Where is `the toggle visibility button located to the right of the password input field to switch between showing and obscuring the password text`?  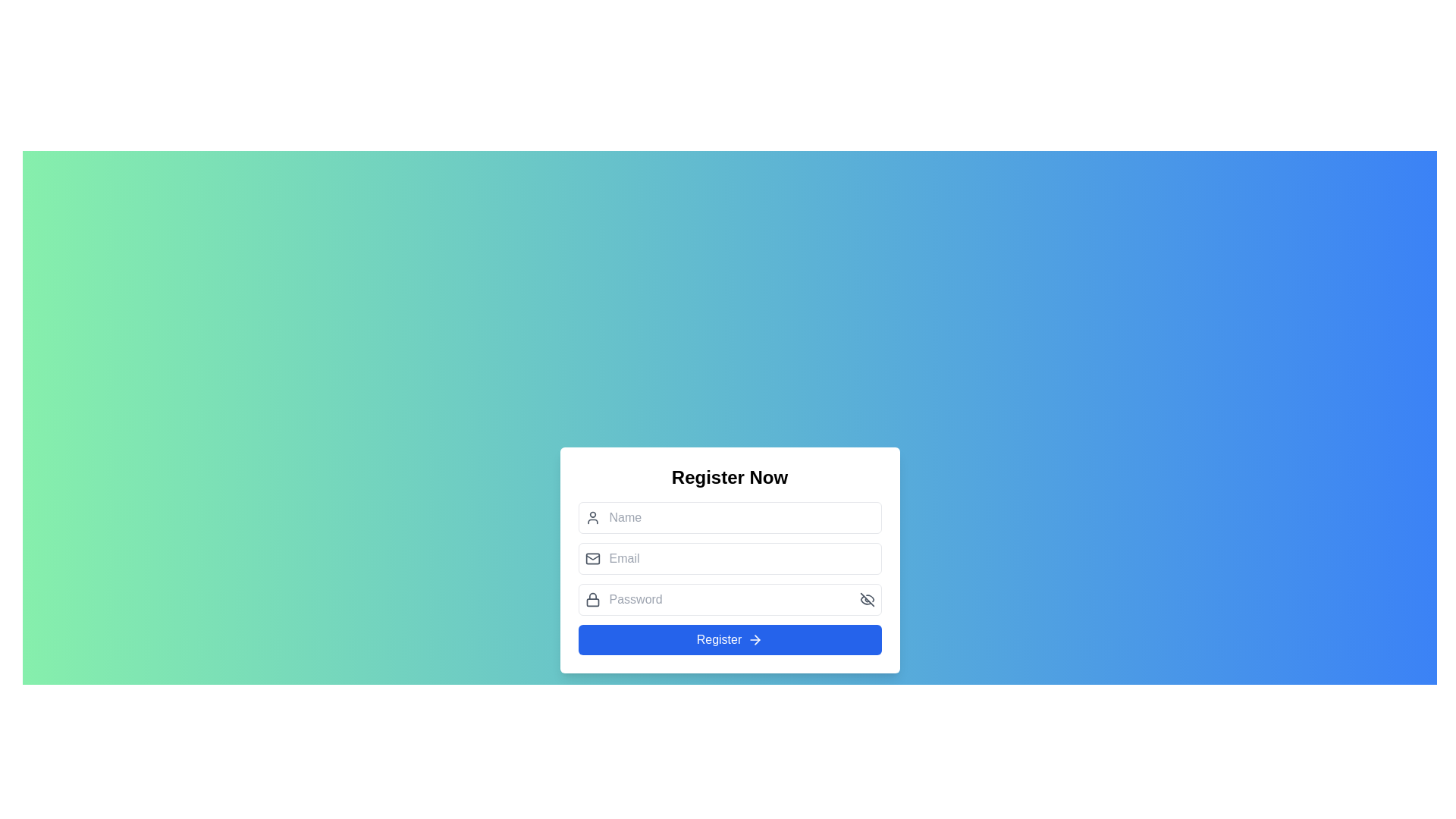
the toggle visibility button located to the right of the password input field to switch between showing and obscuring the password text is located at coordinates (867, 598).